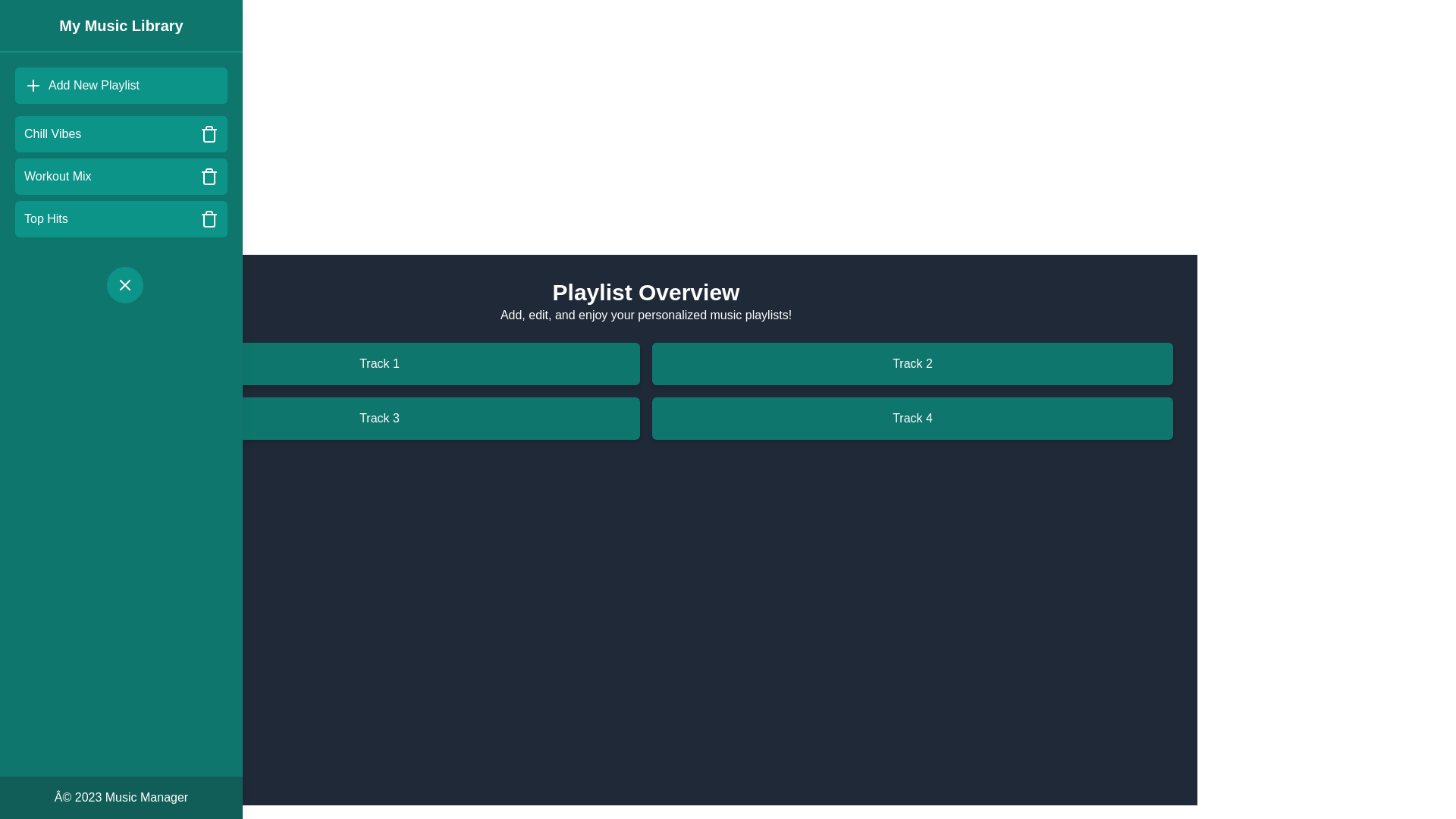 This screenshot has height=819, width=1456. Describe the element at coordinates (120, 797) in the screenshot. I see `the static text label displaying '© 2023 Music Manager' in white font on a teal background located at the bottom left of the interface` at that location.